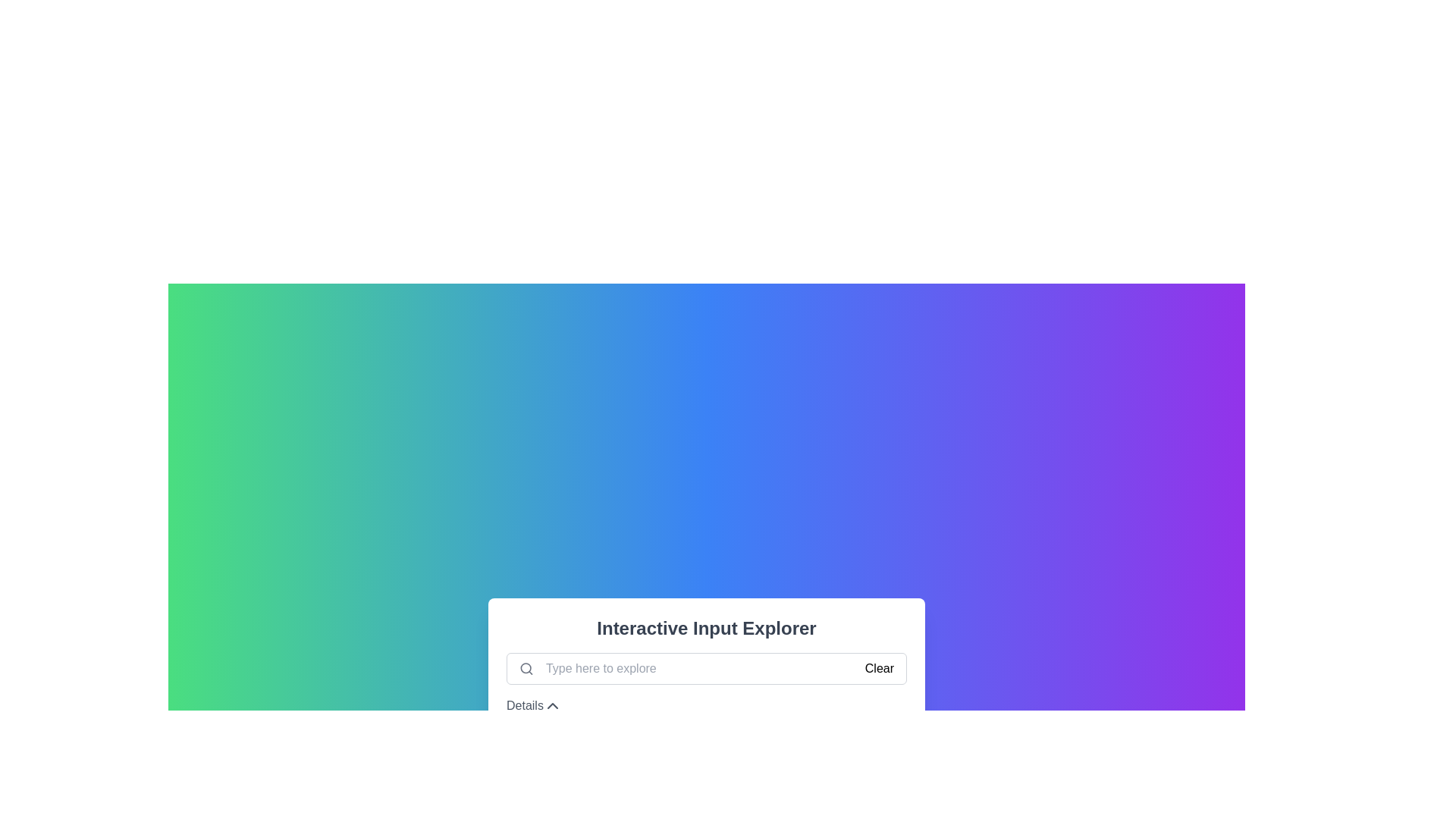  Describe the element at coordinates (551, 705) in the screenshot. I see `the interactive toggle icon located to the right of the 'Details' text in the 'Interactive Input Explorer' section` at that location.